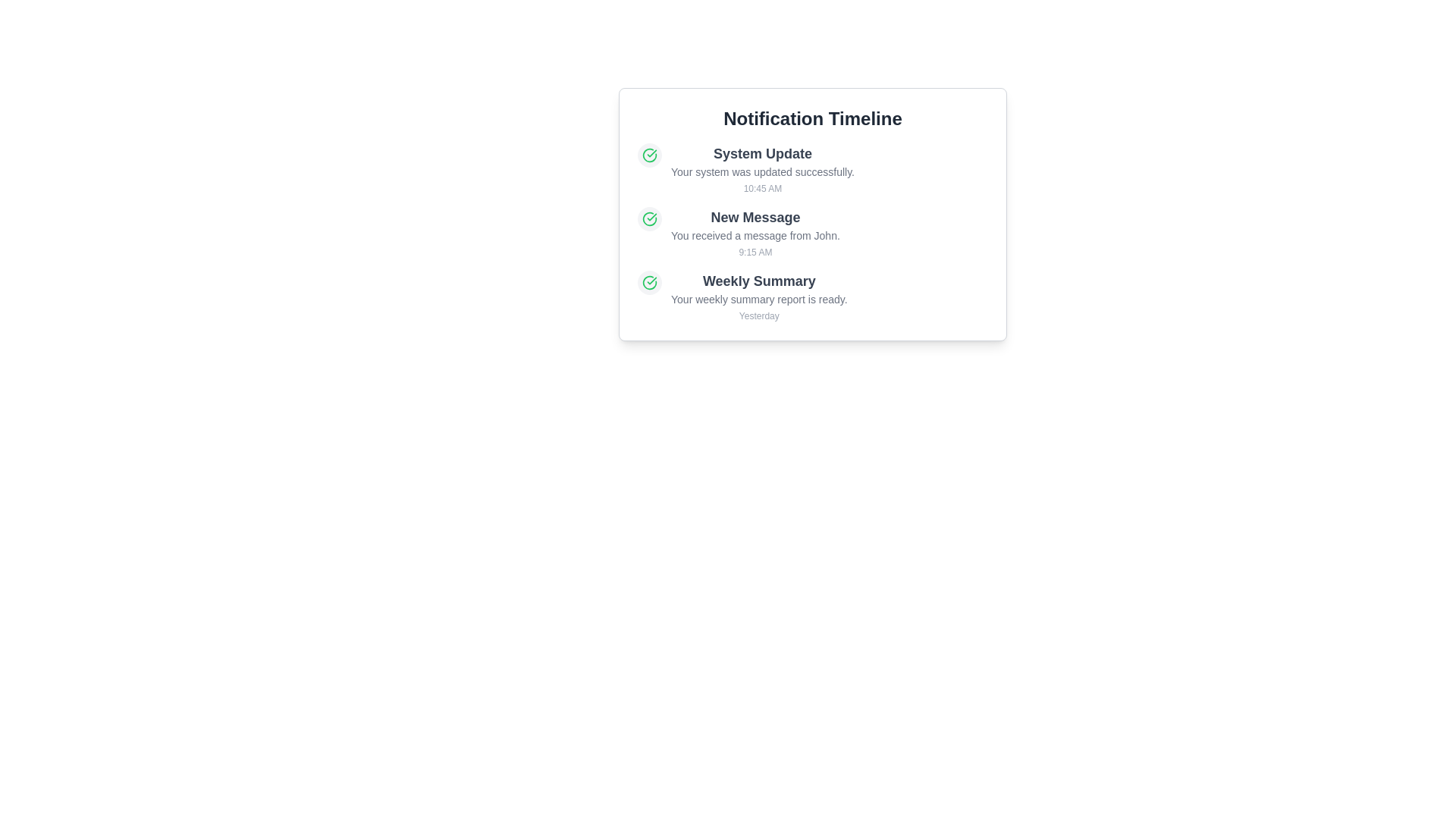 The image size is (1456, 819). I want to click on the third Notification Card element in the notification section, so click(811, 296).